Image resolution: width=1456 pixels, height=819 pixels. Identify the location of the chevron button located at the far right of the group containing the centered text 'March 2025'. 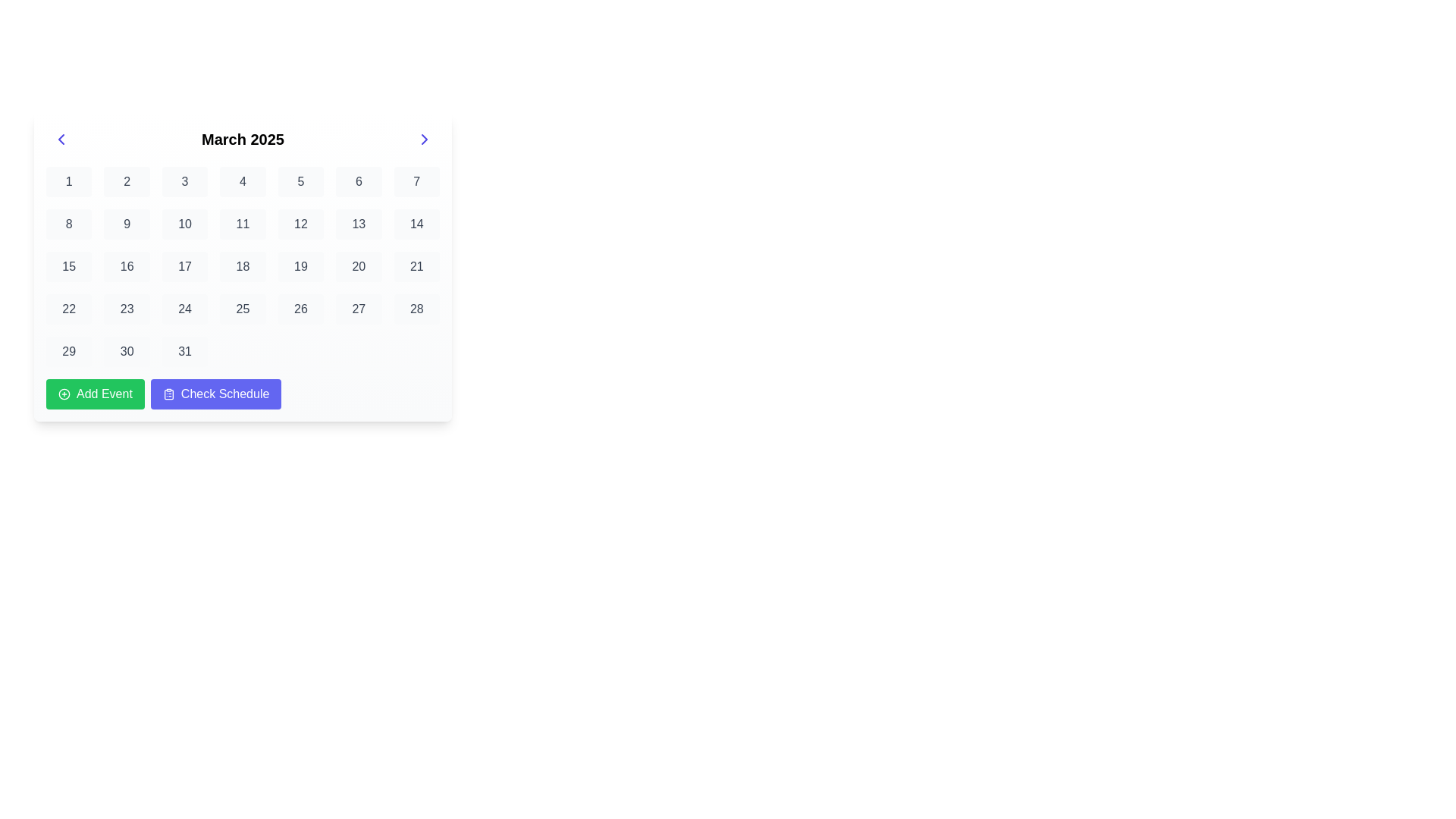
(425, 140).